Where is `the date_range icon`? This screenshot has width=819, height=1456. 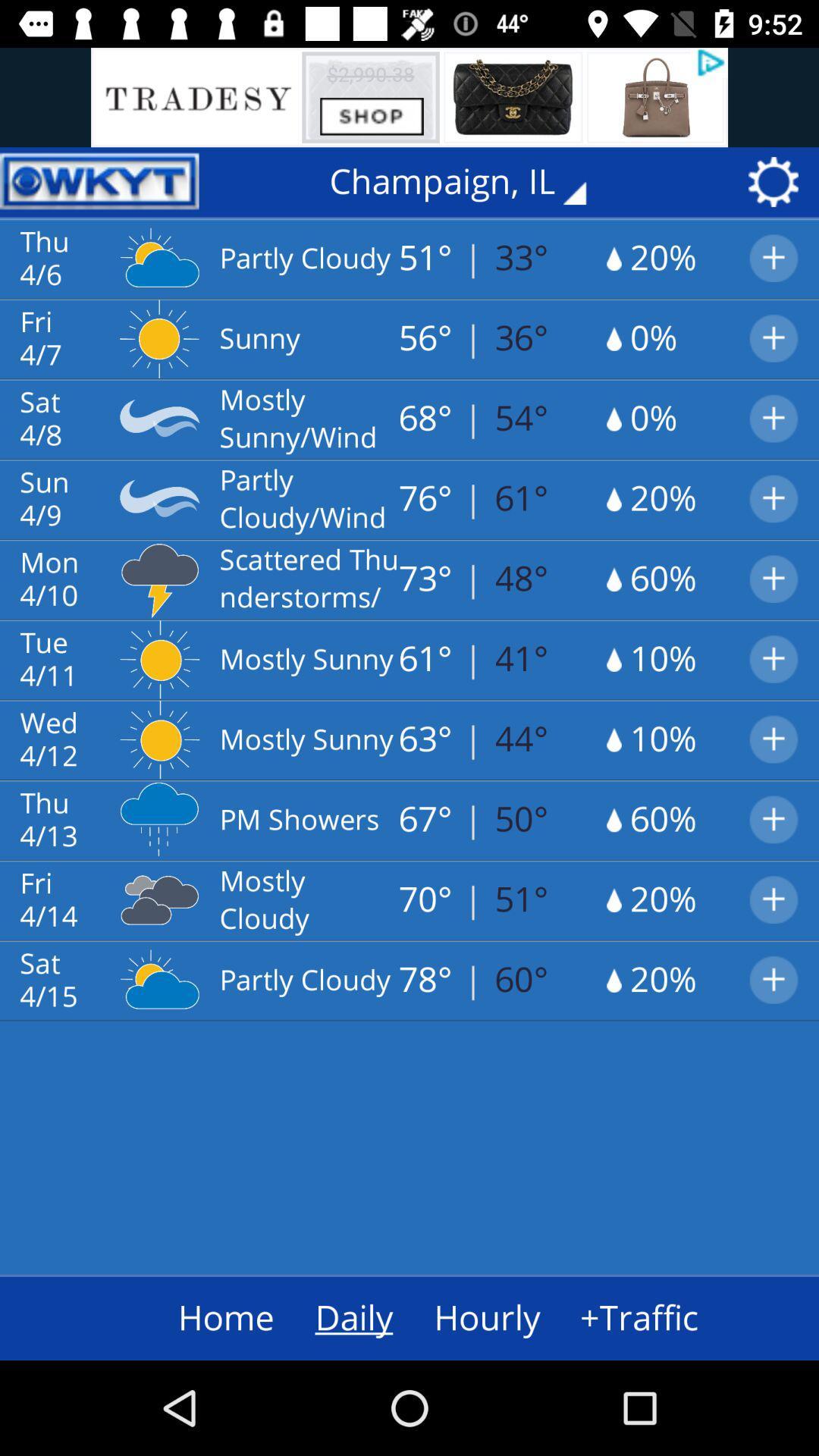
the date_range icon is located at coordinates (99, 182).